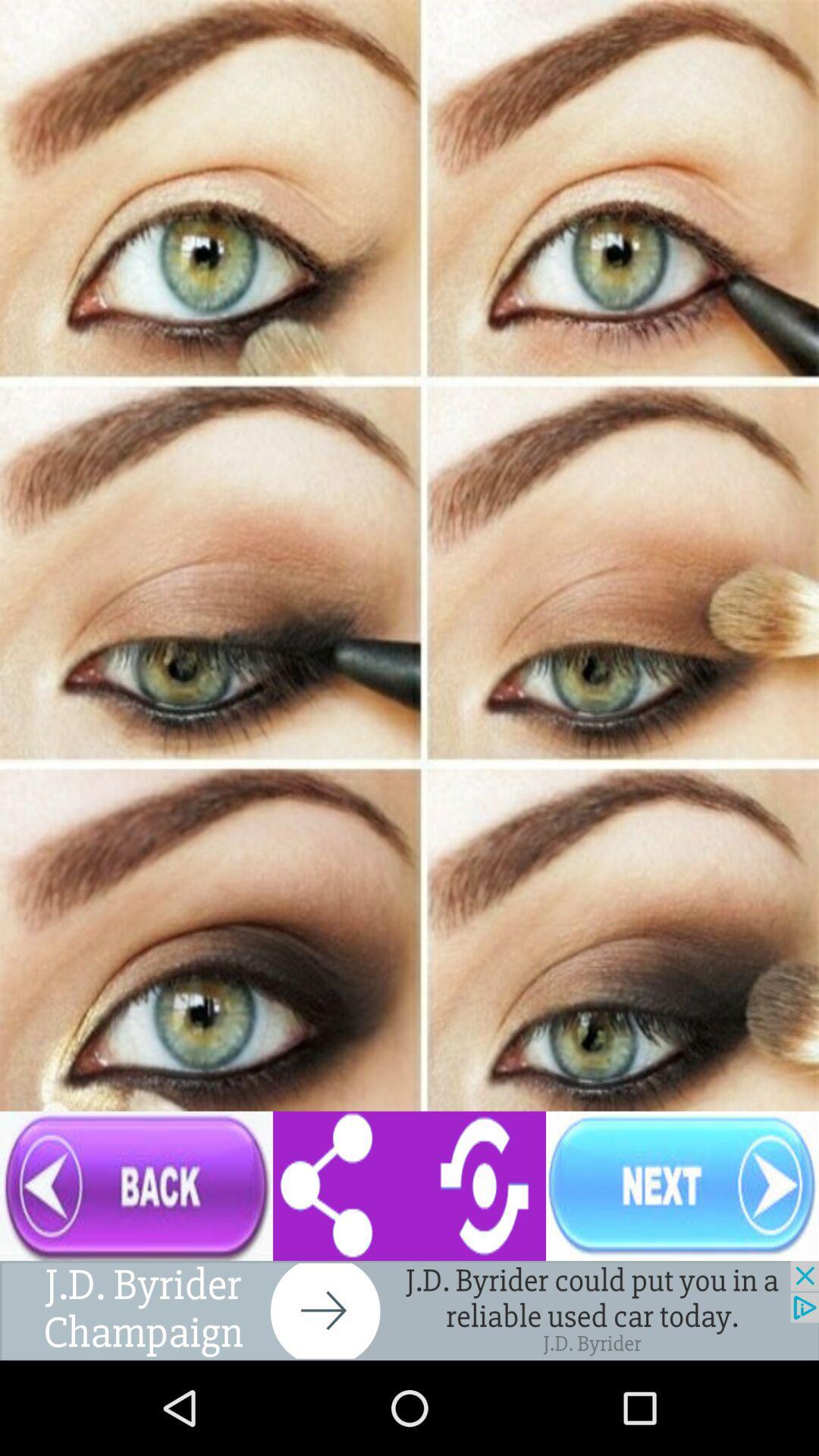 The height and width of the screenshot is (1456, 819). What do you see at coordinates (409, 1185) in the screenshot?
I see `share` at bounding box center [409, 1185].